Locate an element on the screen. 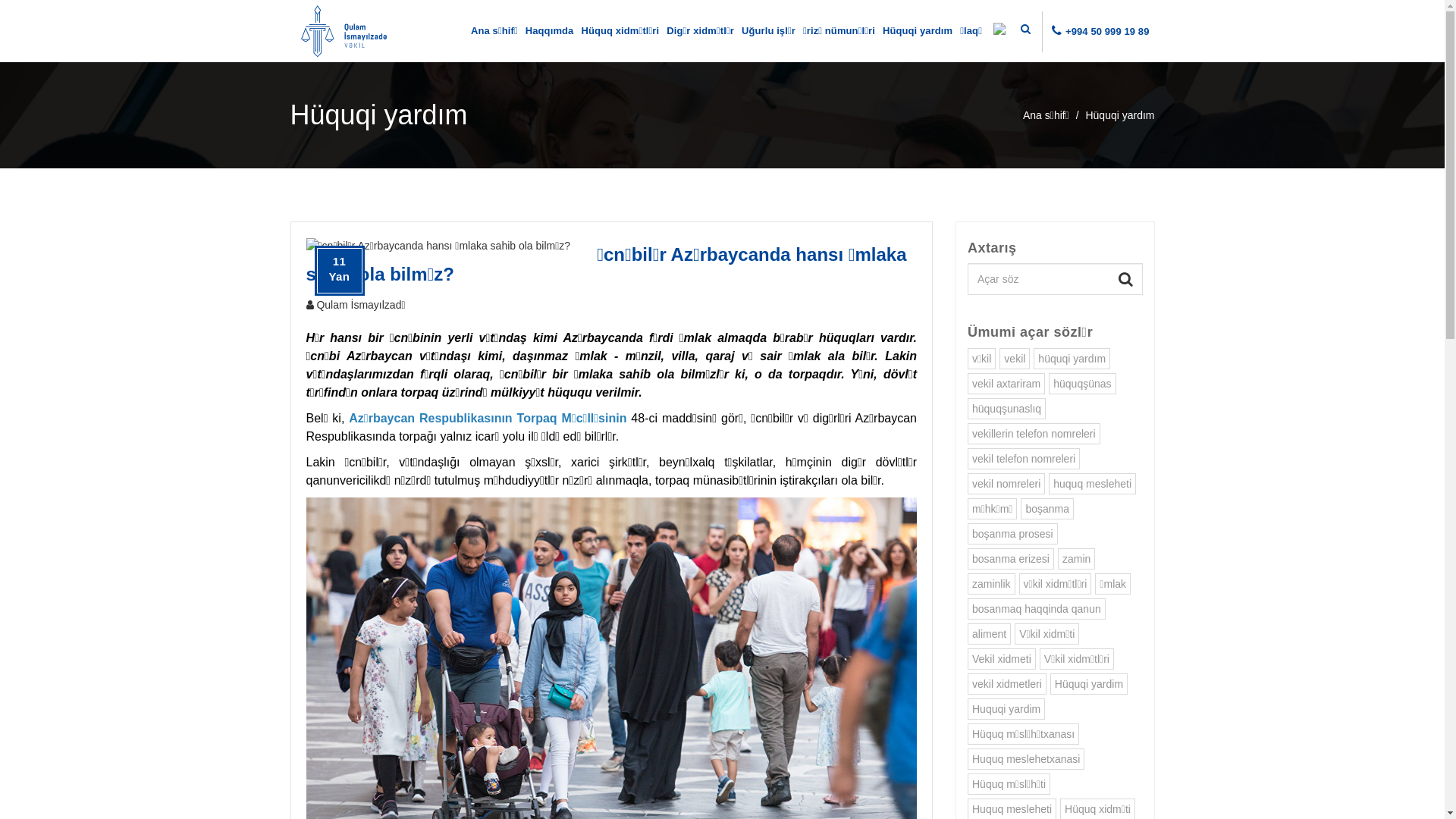 This screenshot has width=1456, height=819. 'vekil' is located at coordinates (1015, 359).